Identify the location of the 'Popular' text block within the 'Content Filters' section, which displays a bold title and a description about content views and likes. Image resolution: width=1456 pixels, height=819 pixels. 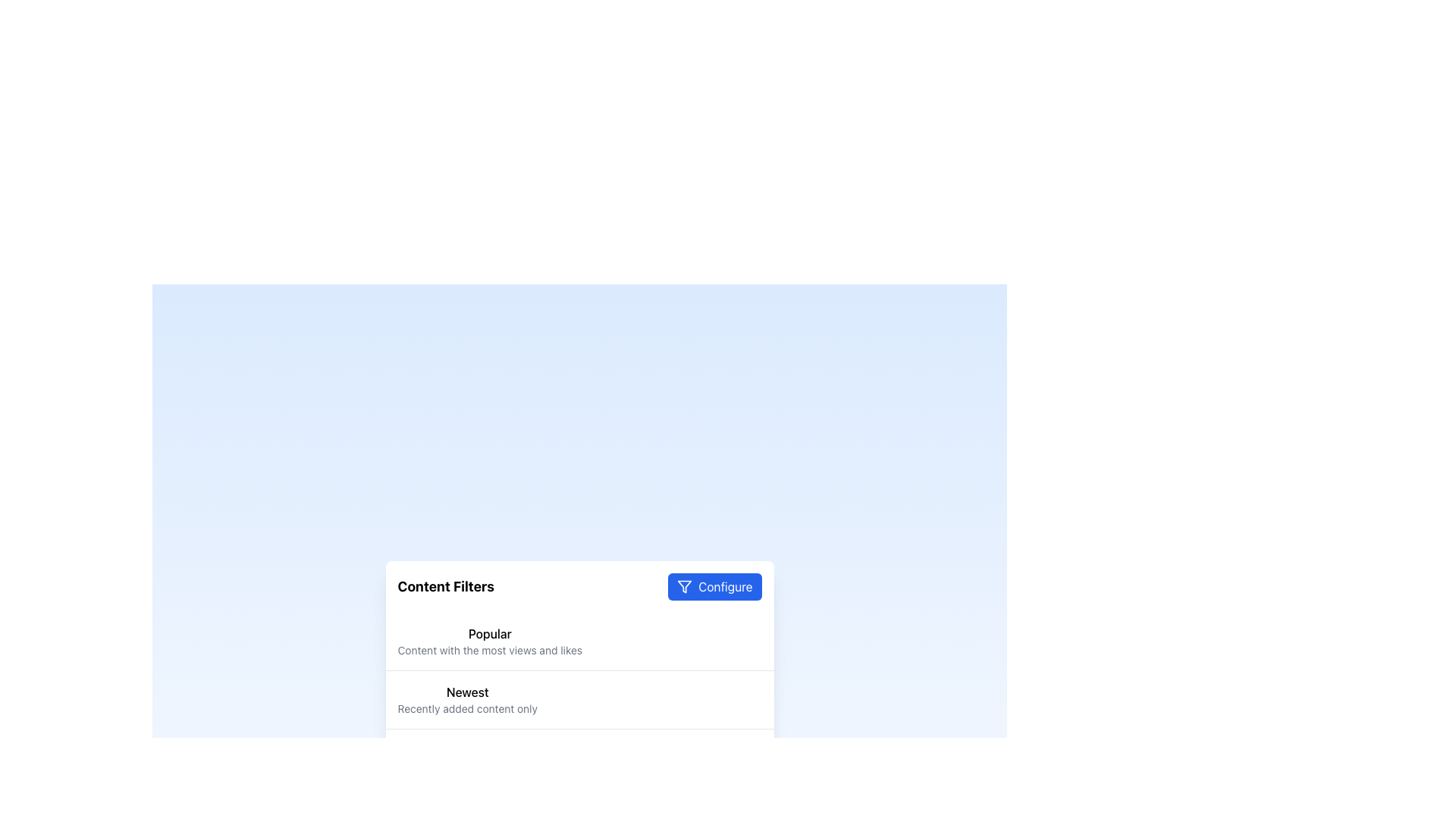
(490, 641).